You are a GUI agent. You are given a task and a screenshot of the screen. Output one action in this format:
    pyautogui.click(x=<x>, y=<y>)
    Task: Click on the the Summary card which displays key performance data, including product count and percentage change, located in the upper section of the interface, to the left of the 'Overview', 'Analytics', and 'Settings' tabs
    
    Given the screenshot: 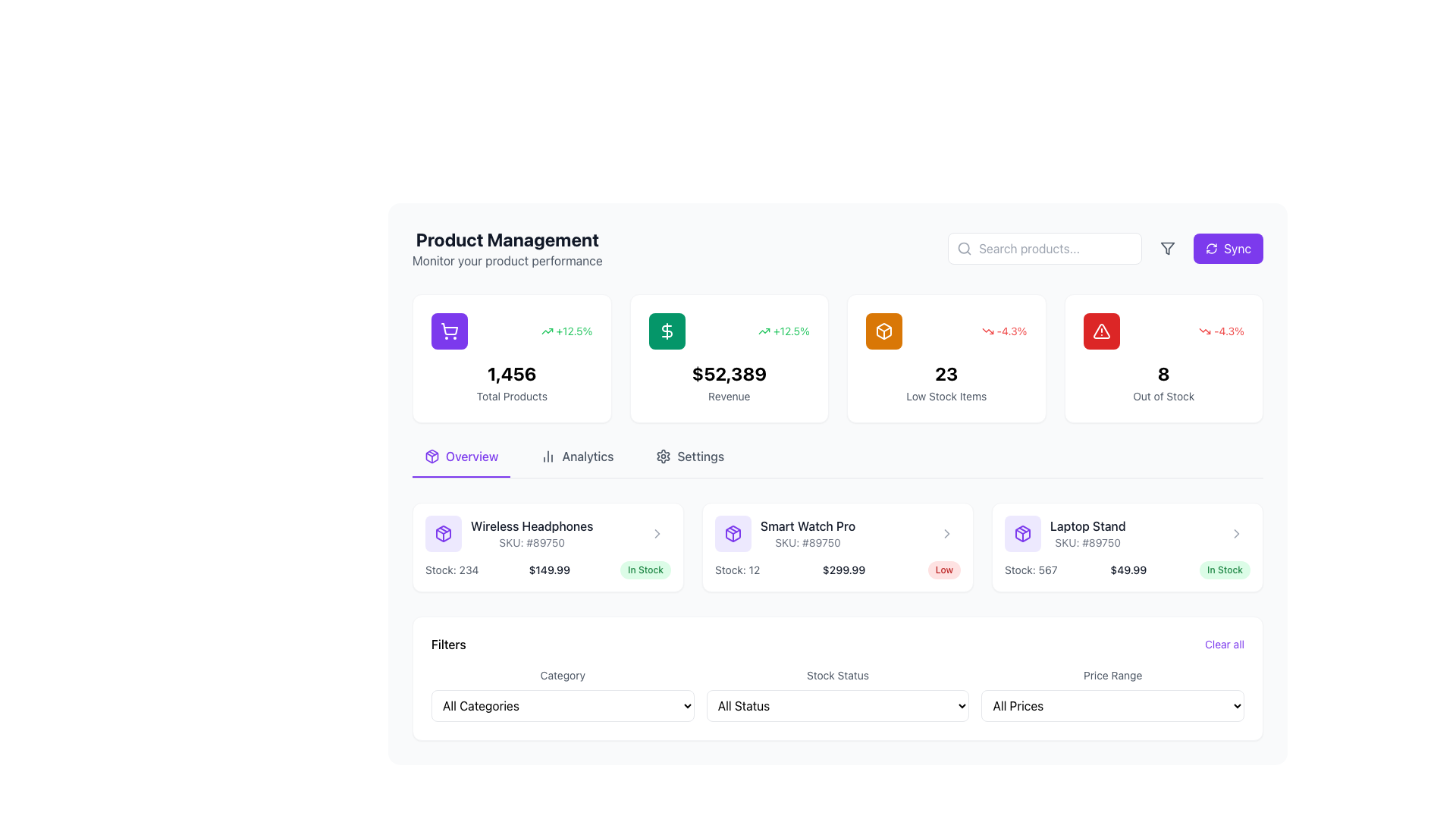 What is the action you would take?
    pyautogui.click(x=512, y=359)
    